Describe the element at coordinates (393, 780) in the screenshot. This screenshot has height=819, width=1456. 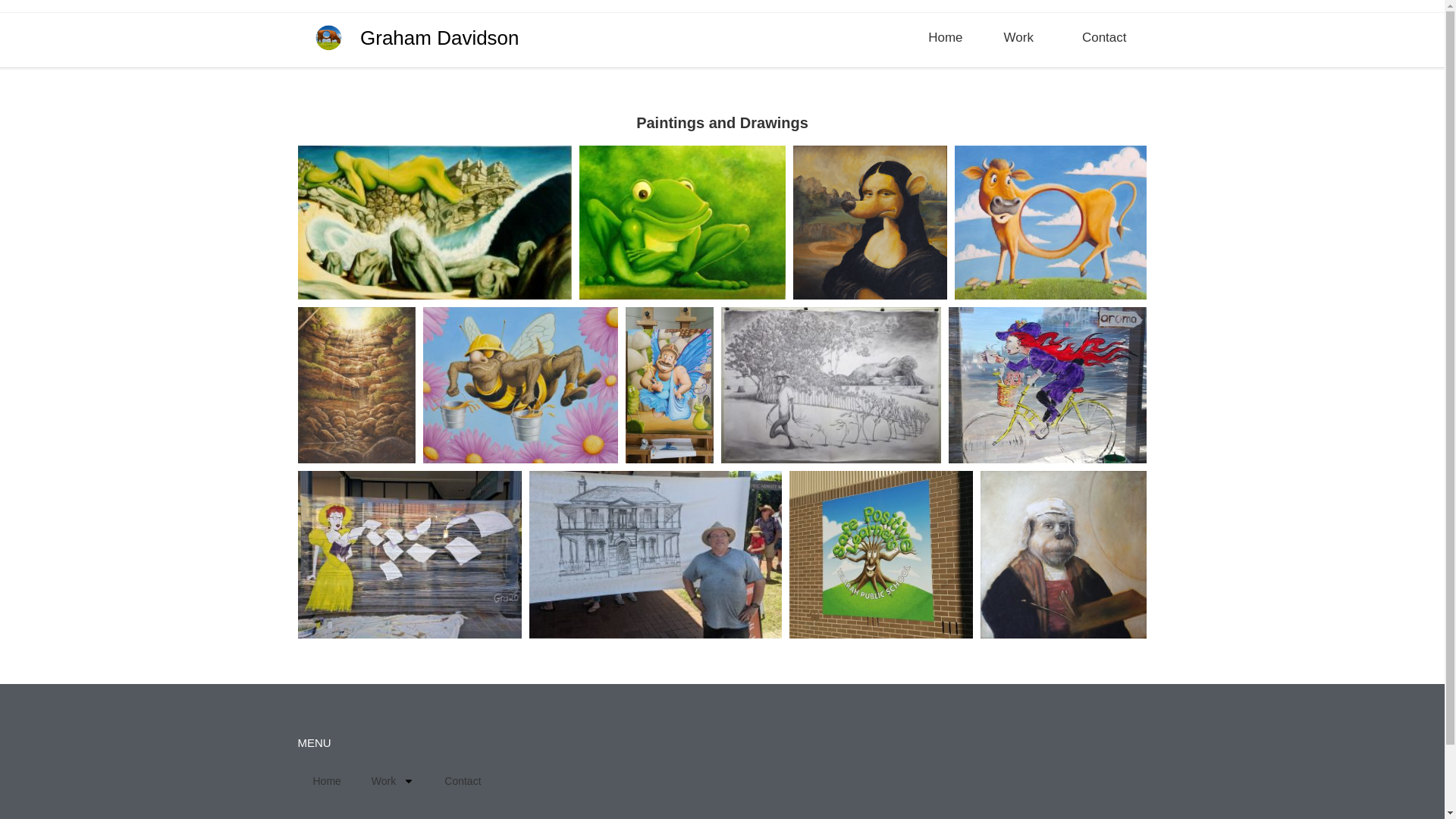
I see `'Work'` at that location.